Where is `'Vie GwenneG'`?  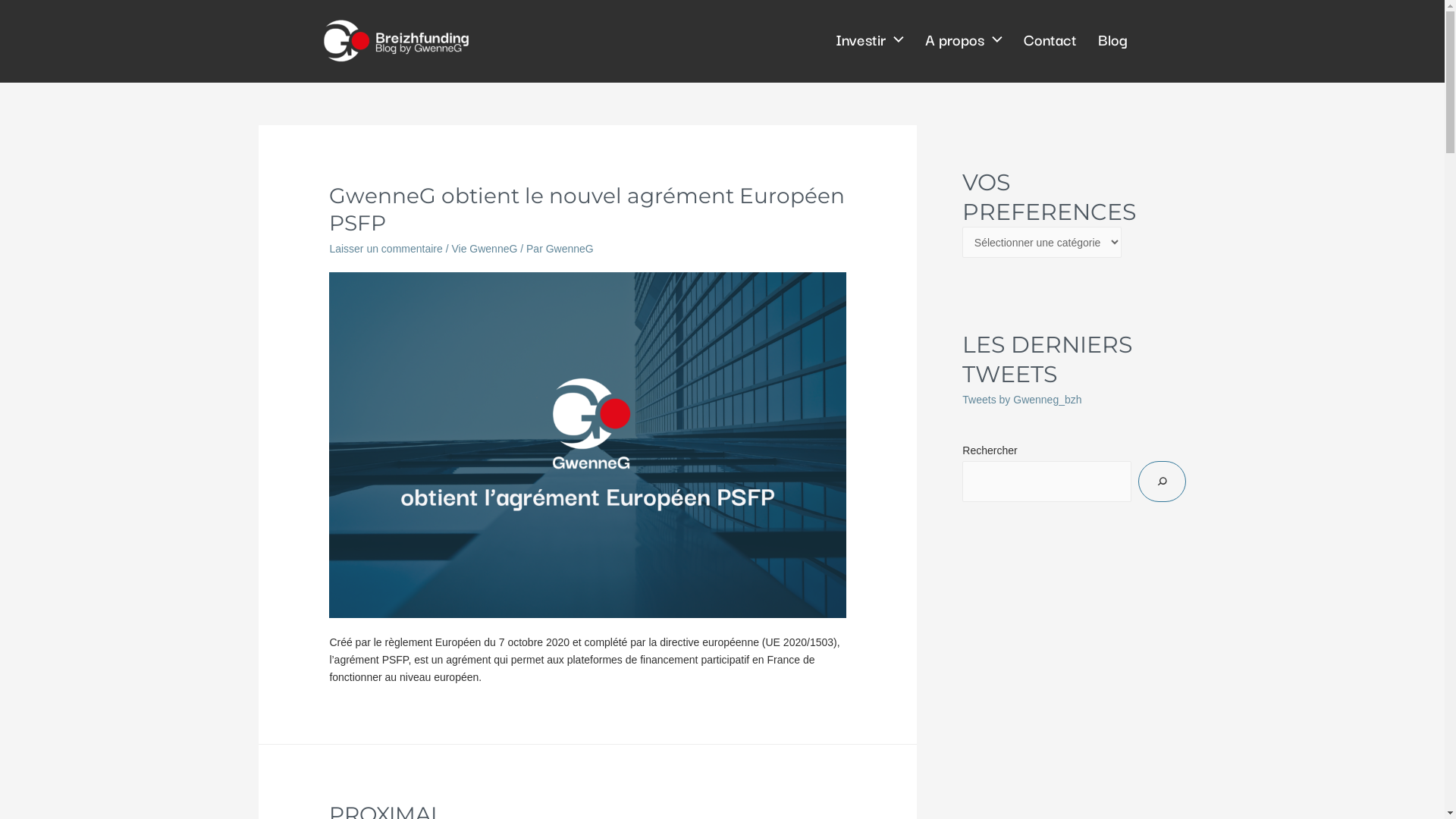 'Vie GwenneG' is located at coordinates (483, 247).